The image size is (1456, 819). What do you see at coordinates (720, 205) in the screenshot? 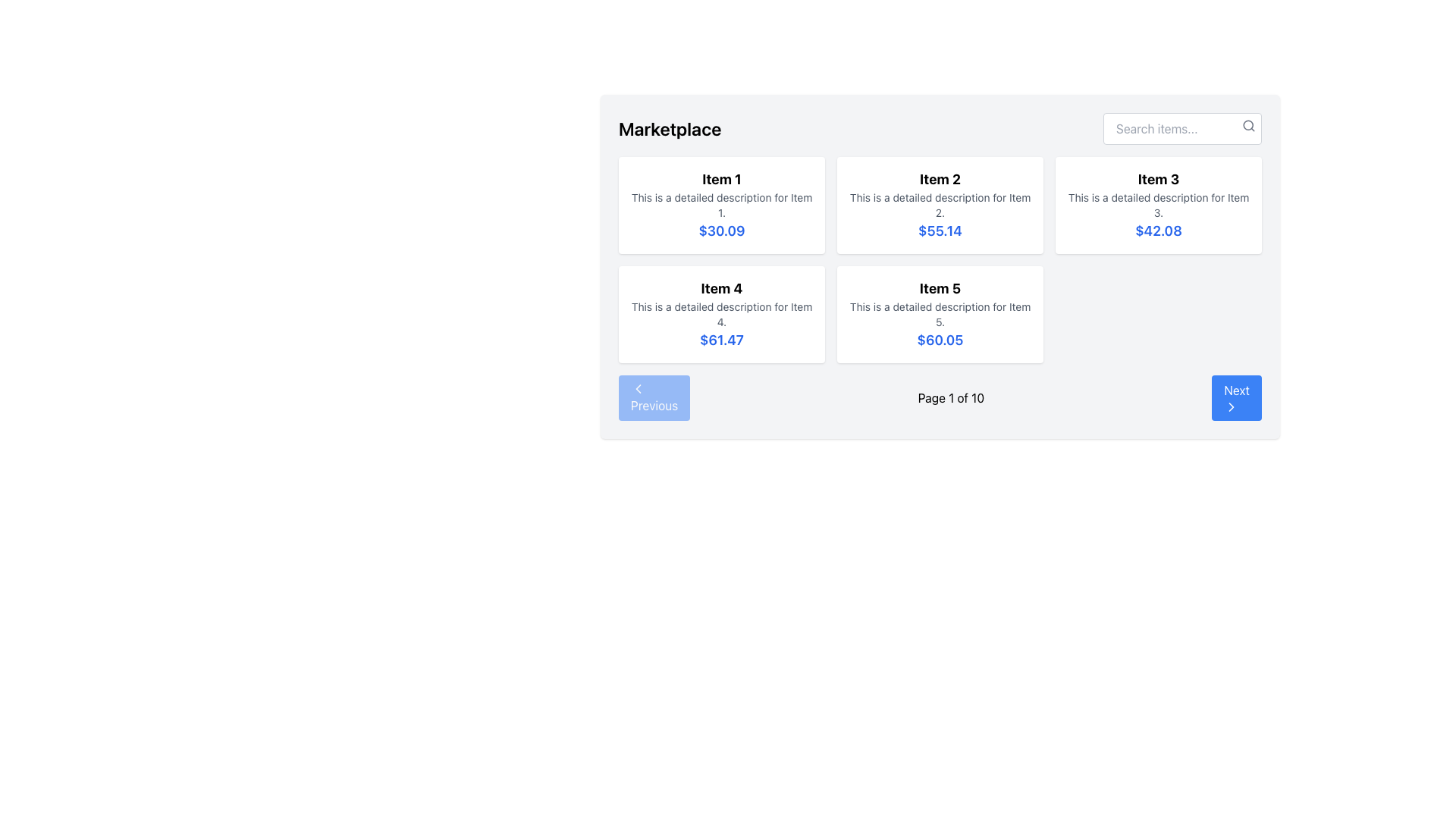
I see `the text label displaying 'This is a detailed description for Item 1.' which is part of a white rectangular card located in the top left of the grid` at bounding box center [720, 205].